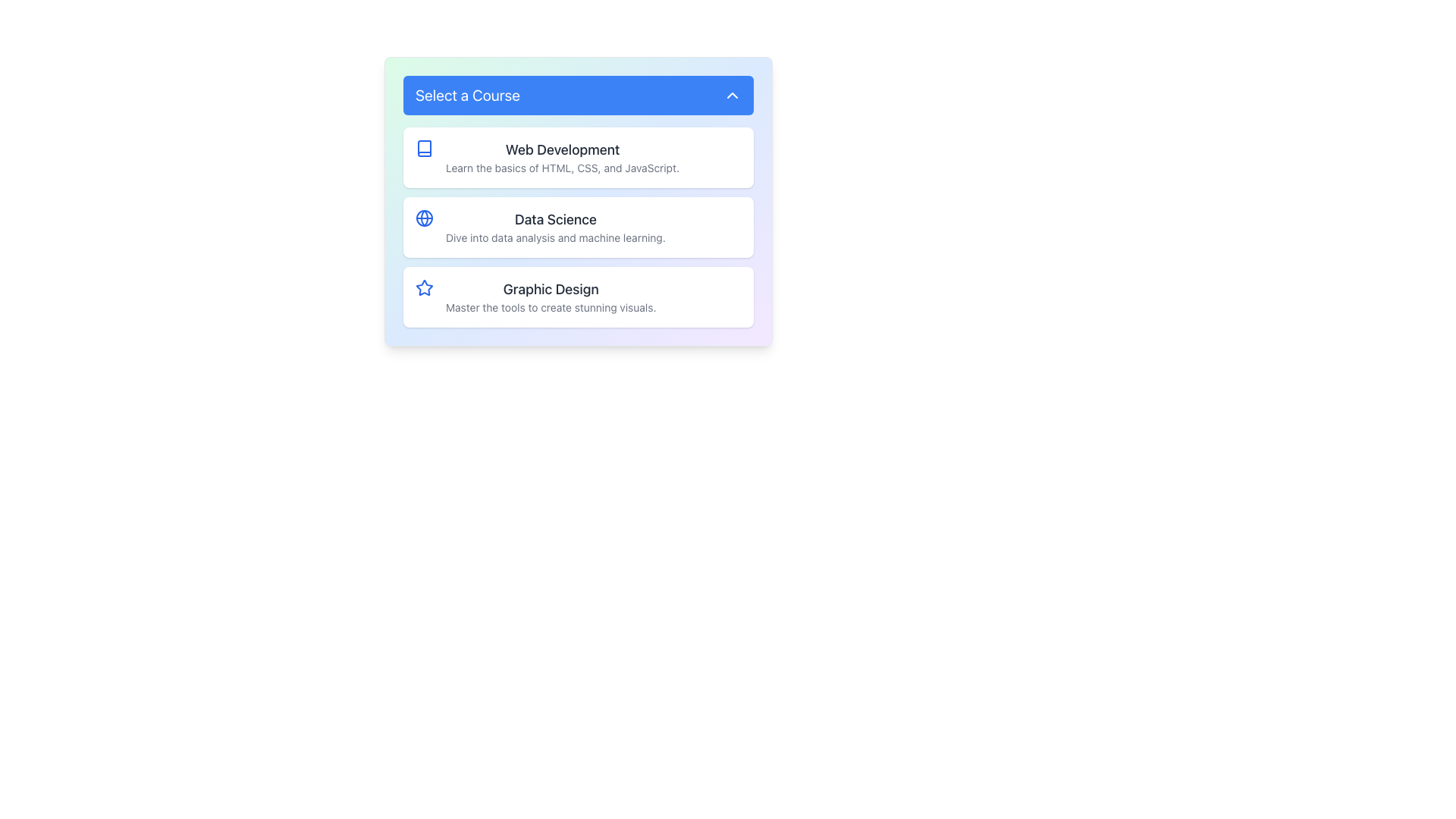 The width and height of the screenshot is (1456, 819). I want to click on the second selectable list item for the 'Data Science' course located below 'Web Development' and above 'Graphic Design', so click(578, 227).